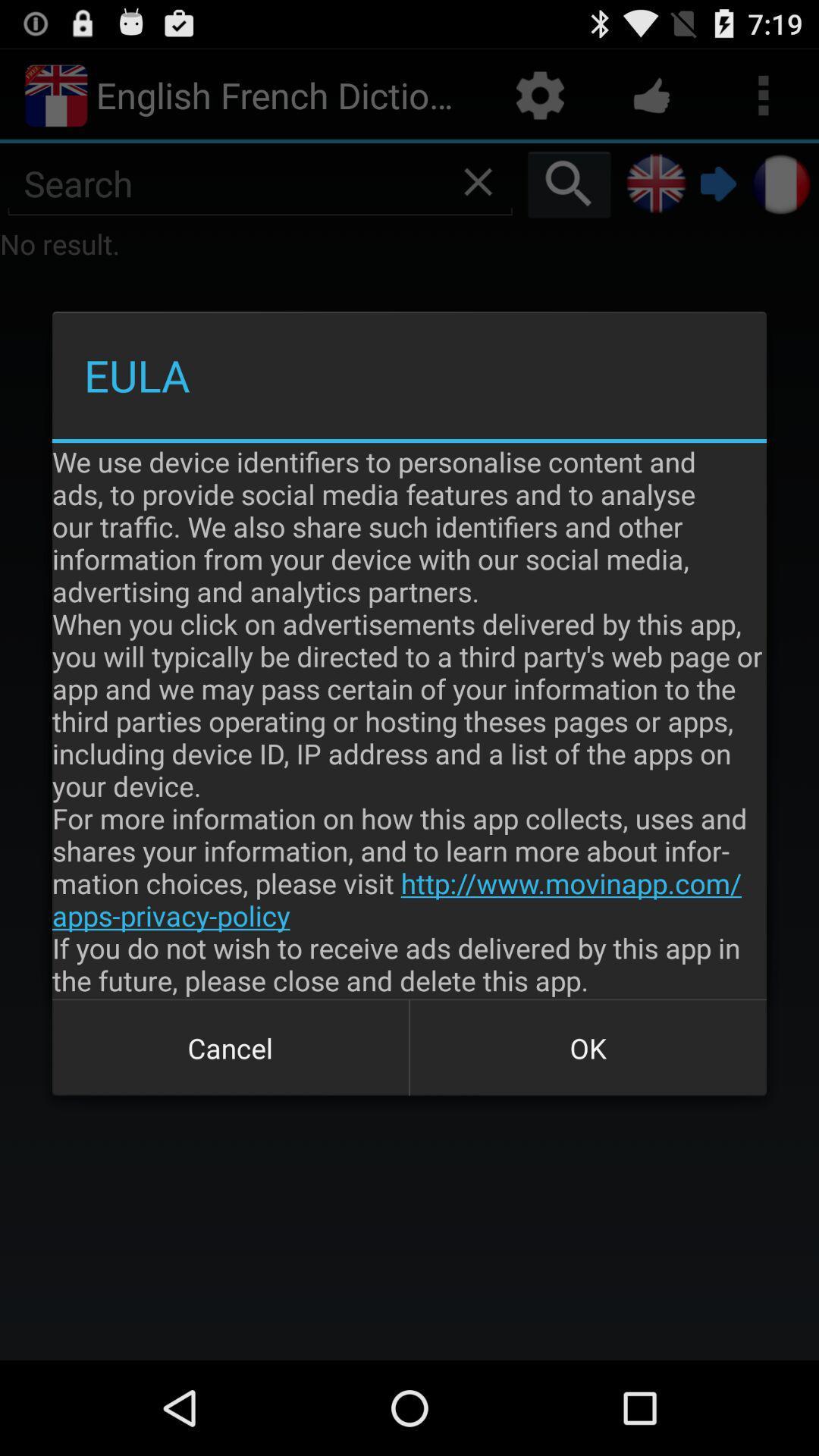 The image size is (819, 1456). I want to click on item at the center, so click(409, 720).